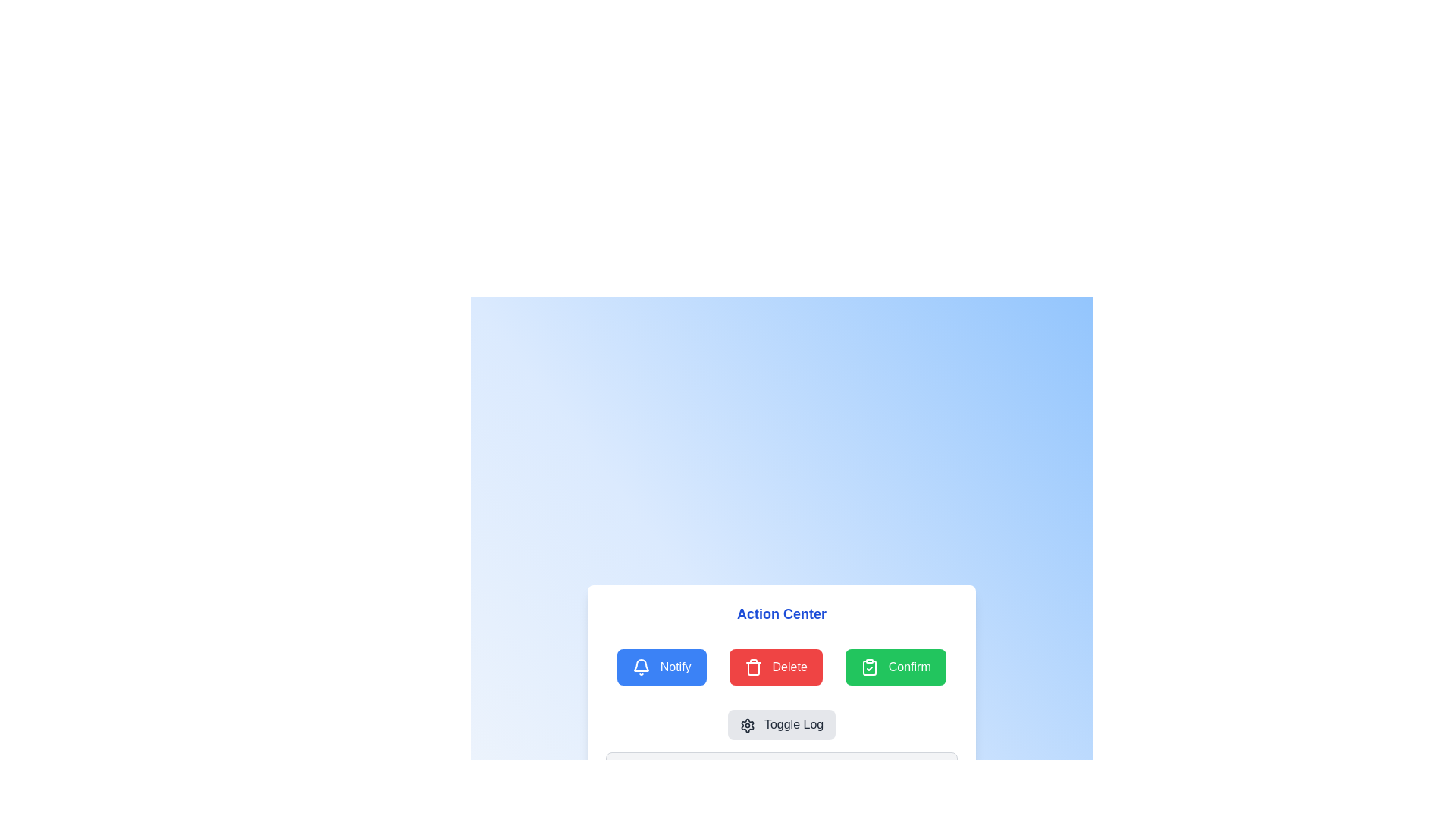 Image resolution: width=1456 pixels, height=819 pixels. What do you see at coordinates (747, 725) in the screenshot?
I see `the gear-like icon symbolizing settings` at bounding box center [747, 725].